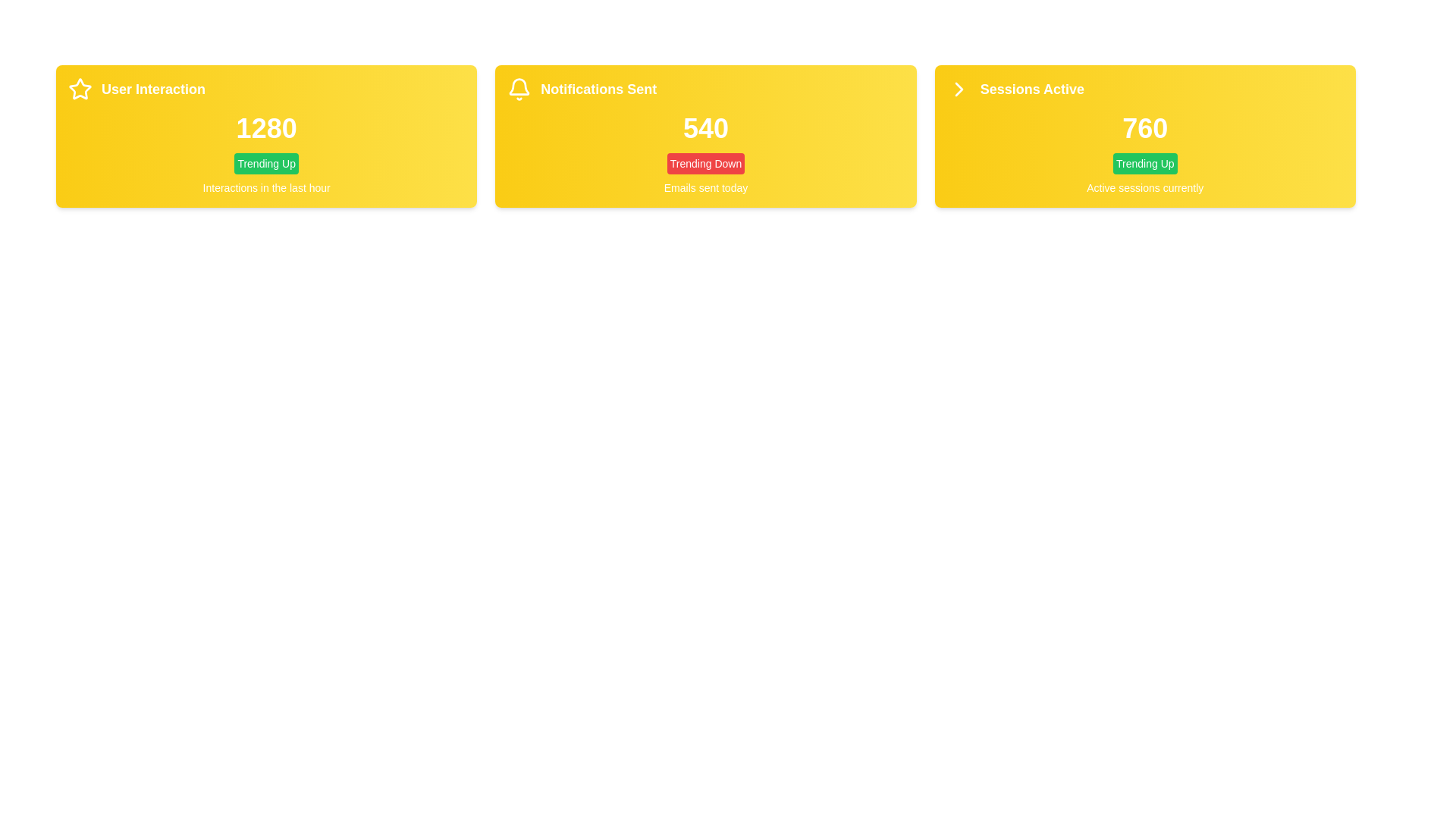  Describe the element at coordinates (266, 127) in the screenshot. I see `the numerical data displayed in the first card under the label 'User Interaction'` at that location.